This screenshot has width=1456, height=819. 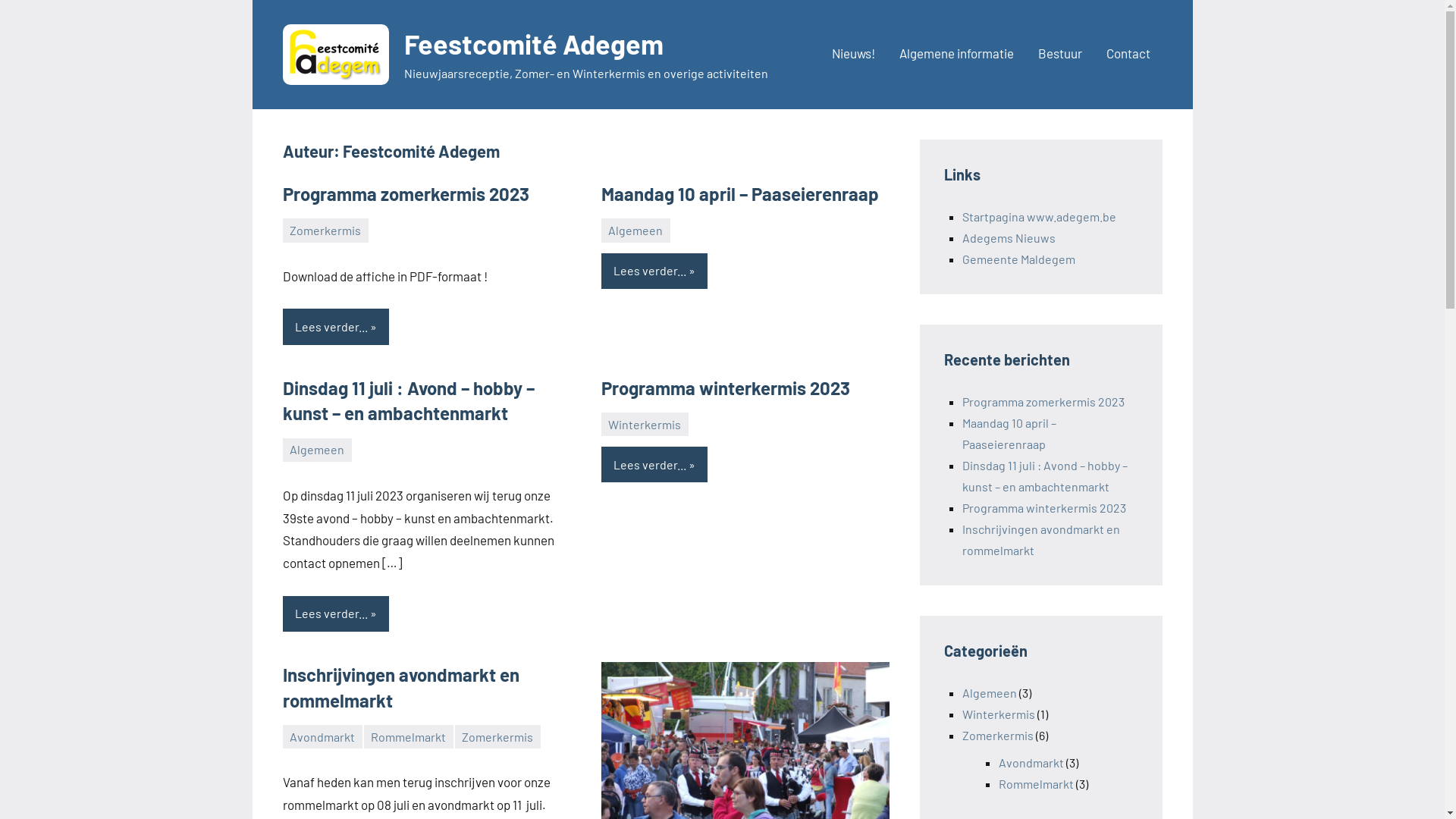 What do you see at coordinates (1058, 53) in the screenshot?
I see `'Bestuur'` at bounding box center [1058, 53].